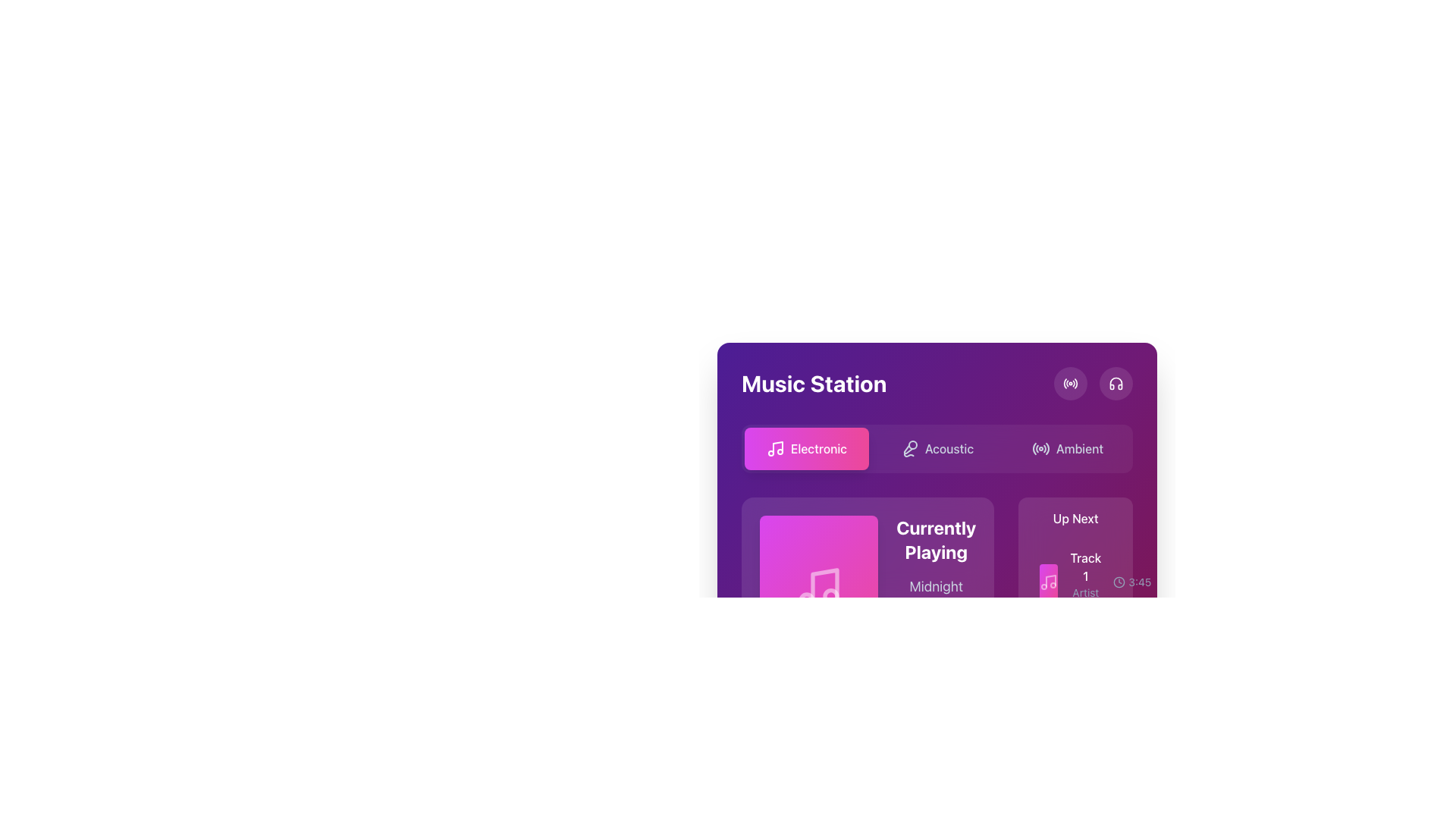 The width and height of the screenshot is (1456, 819). Describe the element at coordinates (830, 595) in the screenshot. I see `the small hollow circle SVG element located in the bottom-right quadrant of its containing SVG group` at that location.